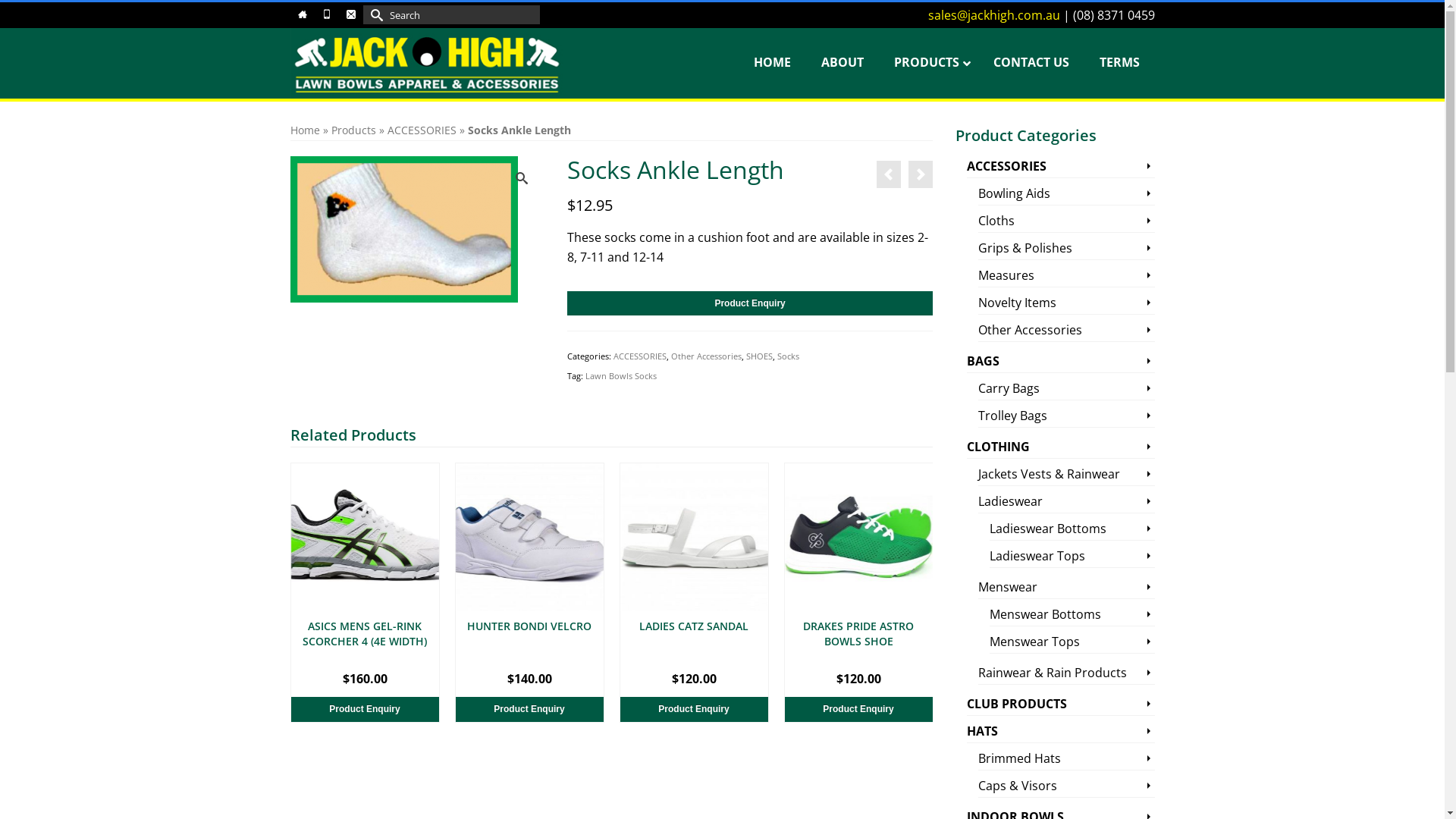 This screenshot has height=819, width=1456. Describe the element at coordinates (1059, 446) in the screenshot. I see `'CLOTHING'` at that location.